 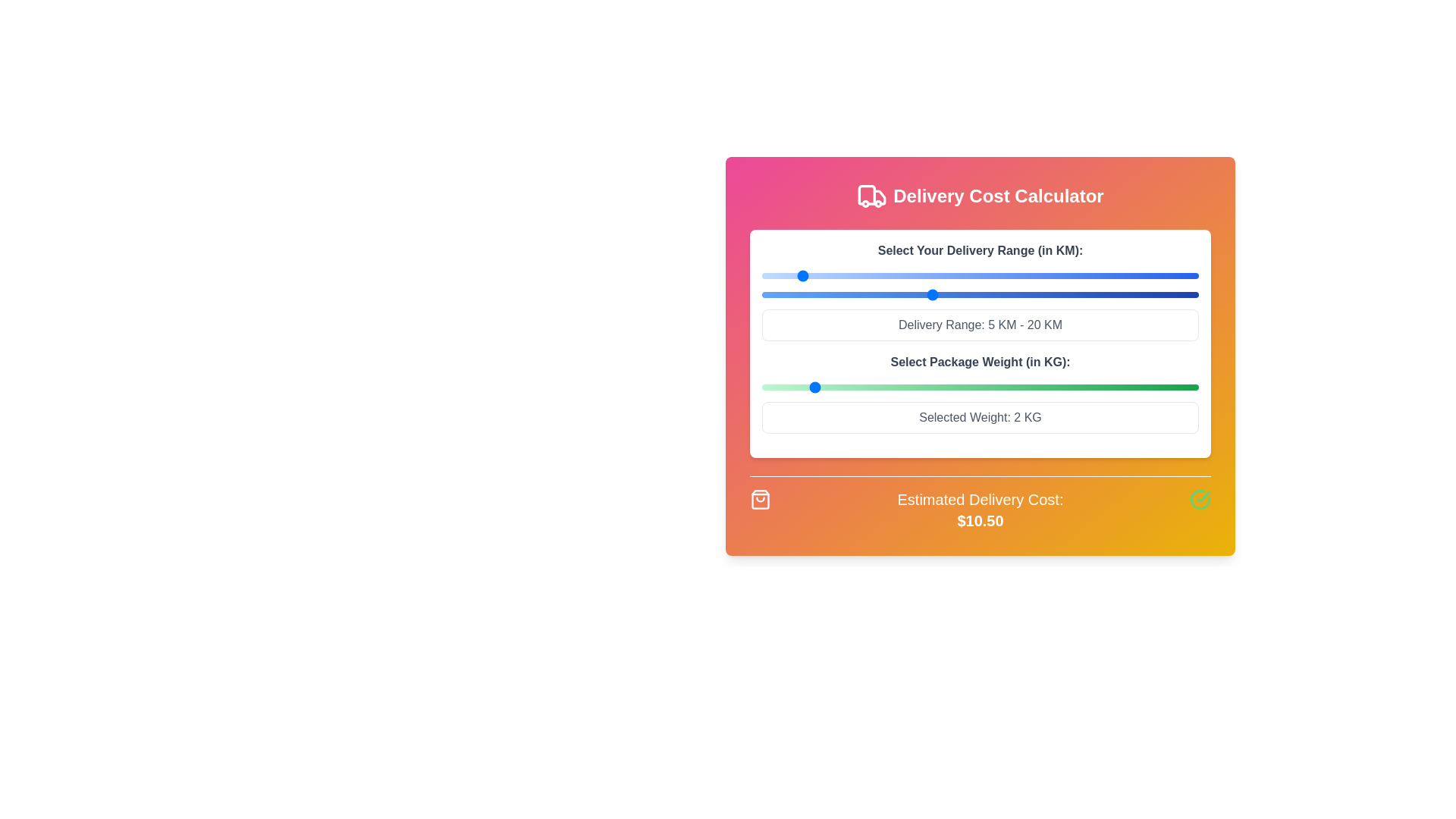 What do you see at coordinates (980, 519) in the screenshot?
I see `the Text Label displaying the amount '$10.50' in bold white font against an orange background, located below the 'Estimated Delivery Cost:' label` at bounding box center [980, 519].